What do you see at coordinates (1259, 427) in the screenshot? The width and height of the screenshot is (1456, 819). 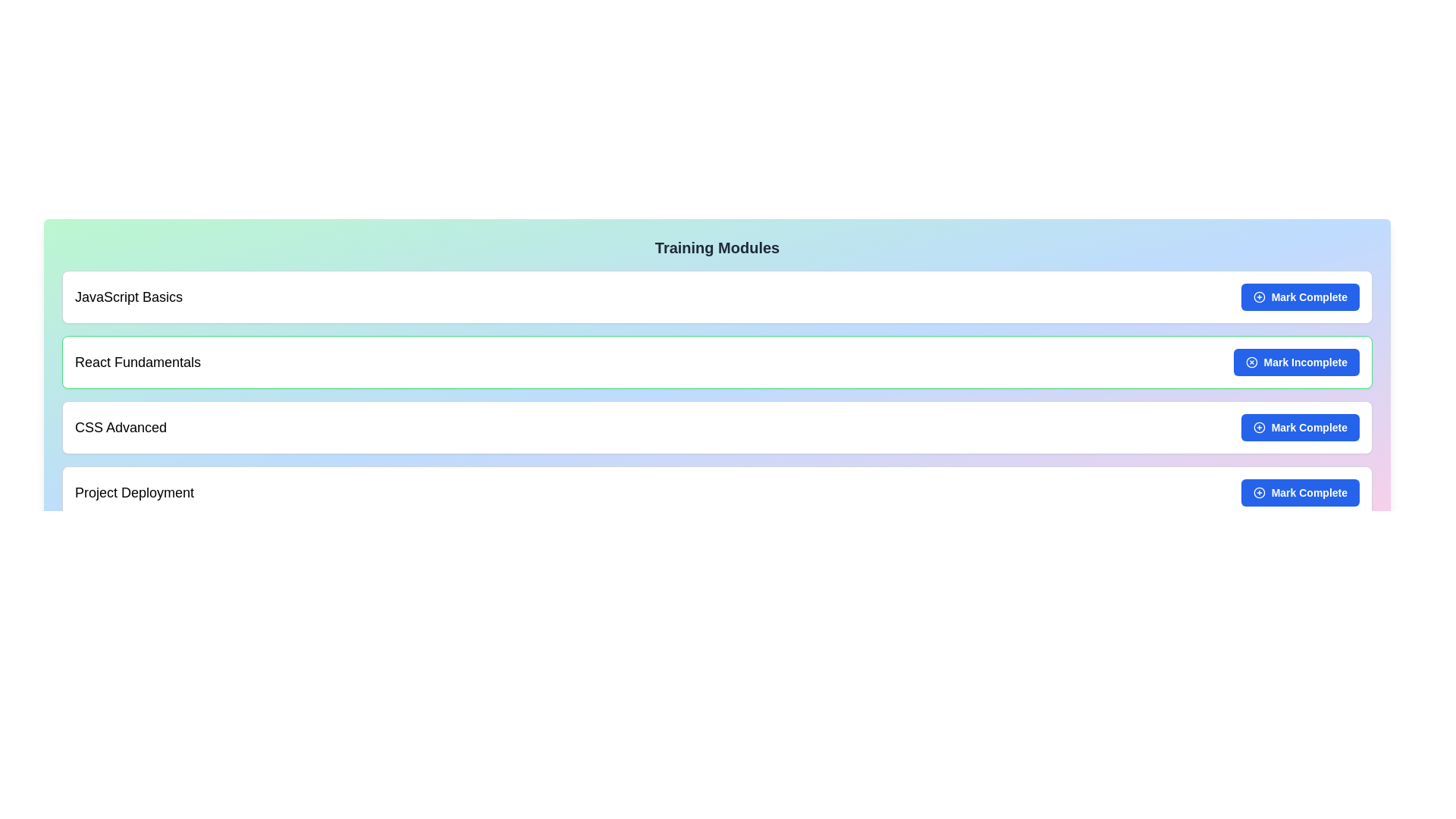 I see `the icon located on the right side of the 'Mark Complete' button, which is part of the third item in the list, to interact with the feature` at bounding box center [1259, 427].